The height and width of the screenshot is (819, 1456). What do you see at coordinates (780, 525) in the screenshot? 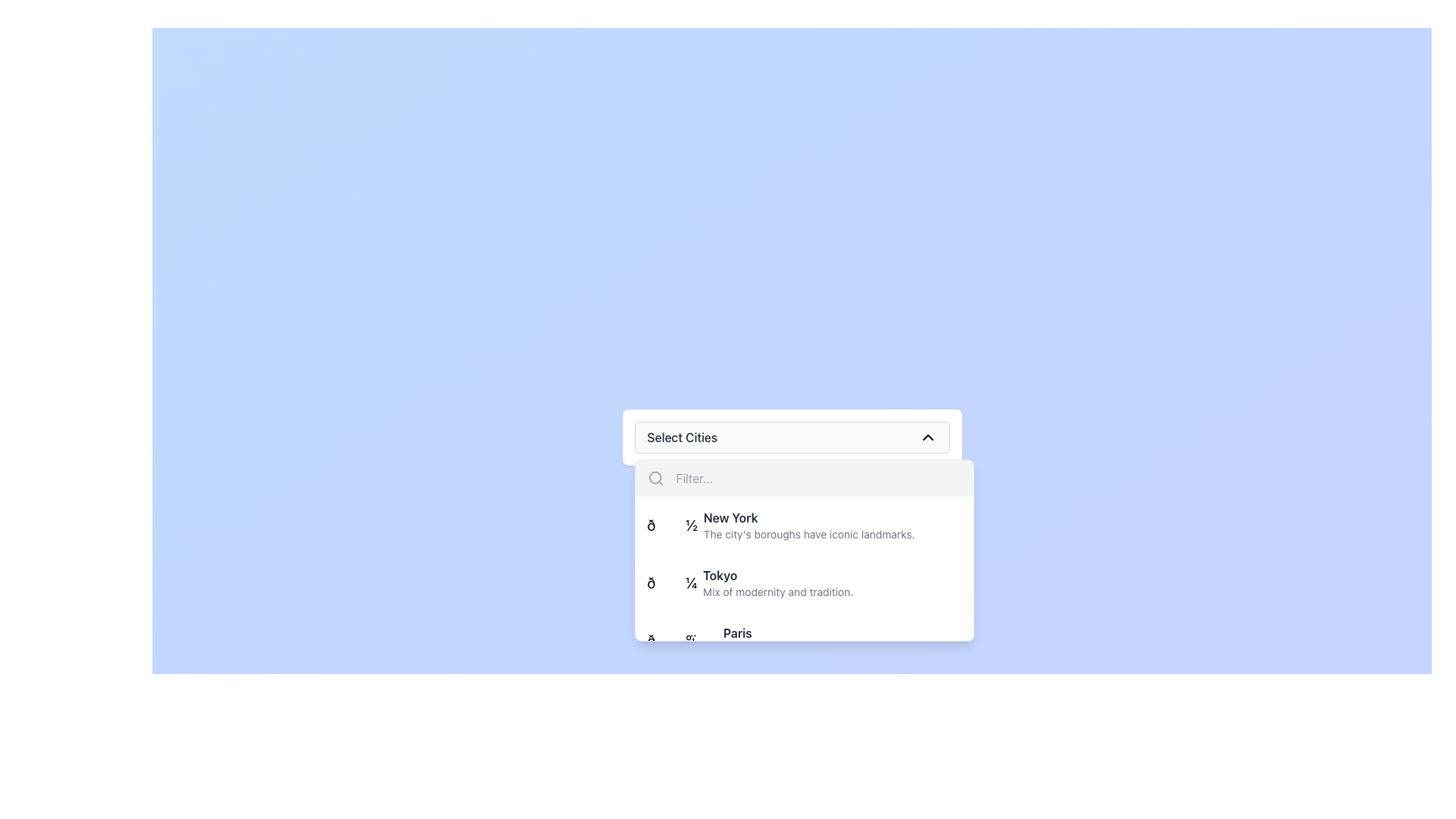
I see `the first list item in the dropdown under 'Select Cities'` at bounding box center [780, 525].